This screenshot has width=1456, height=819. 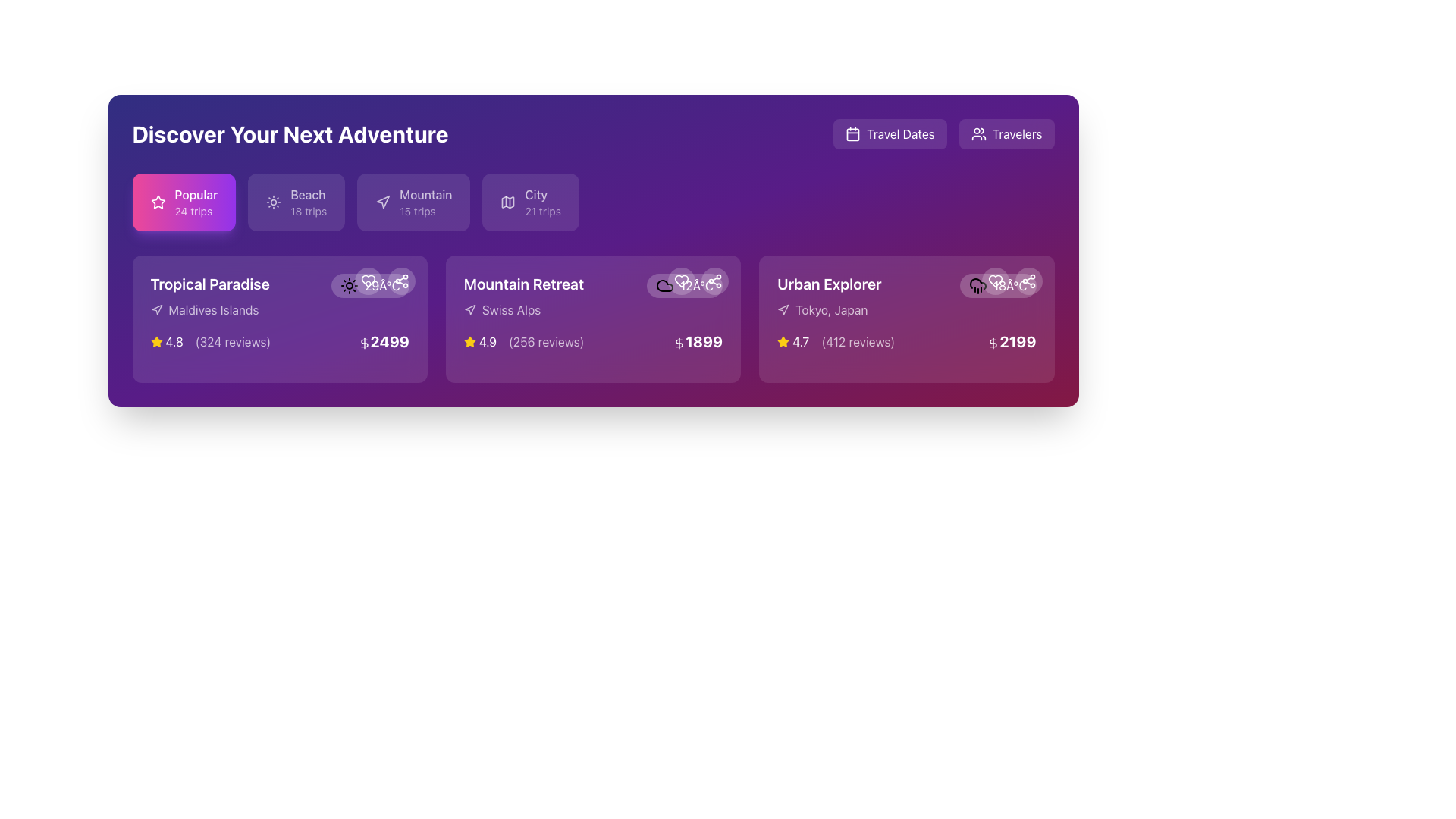 What do you see at coordinates (524, 342) in the screenshot?
I see `the text with icon component displaying the rating '4.9 (256 reviews)' in the 'Mountain Retreat' card, which is styled in yellow and white against a purple background` at bounding box center [524, 342].